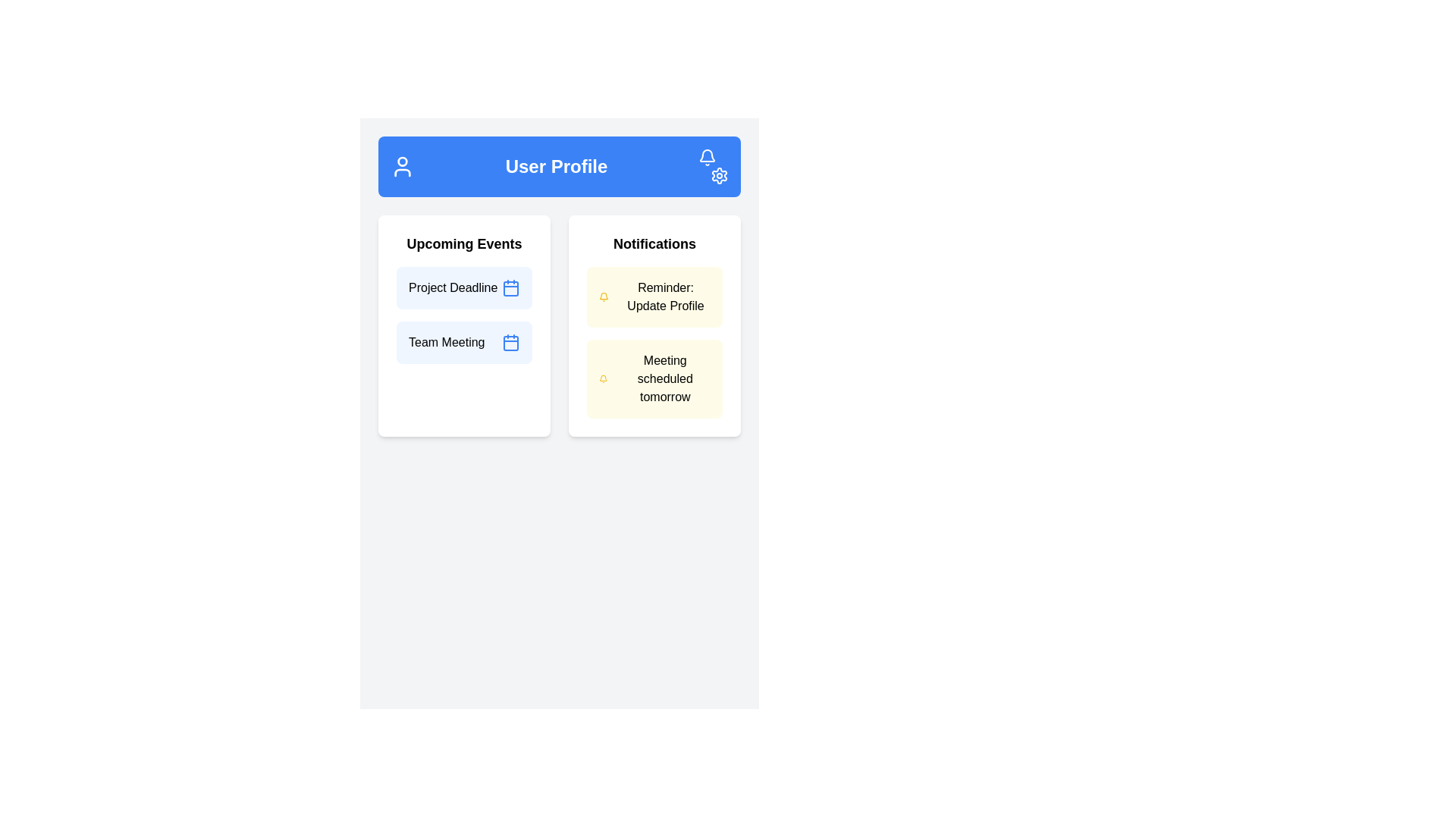  Describe the element at coordinates (403, 161) in the screenshot. I see `the circle part of the user avatar icon located at the center-top area of the icon within the header bar, adjacent to the 'User Profile' text` at that location.